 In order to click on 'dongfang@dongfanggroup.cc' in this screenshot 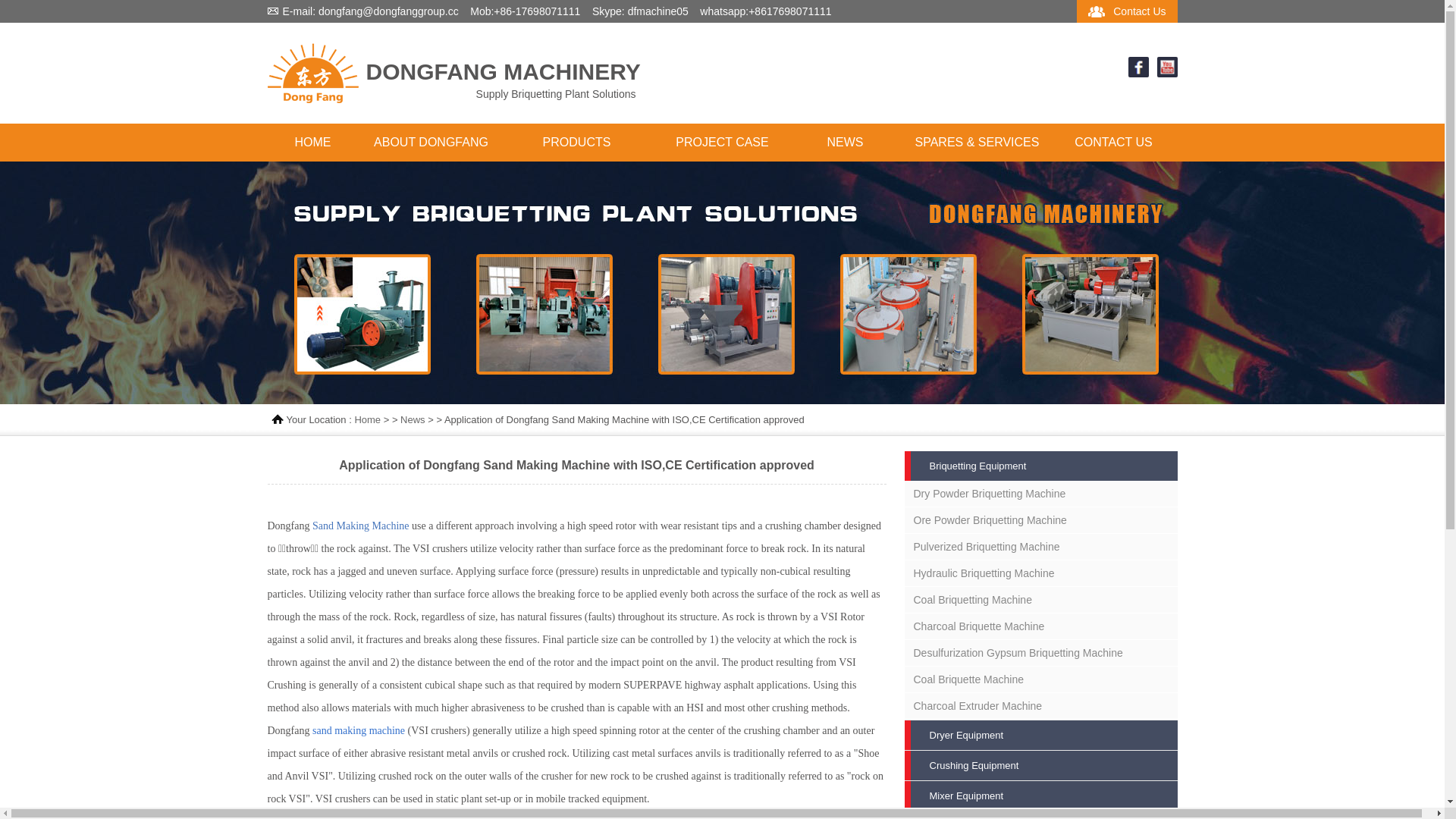, I will do `click(388, 11)`.